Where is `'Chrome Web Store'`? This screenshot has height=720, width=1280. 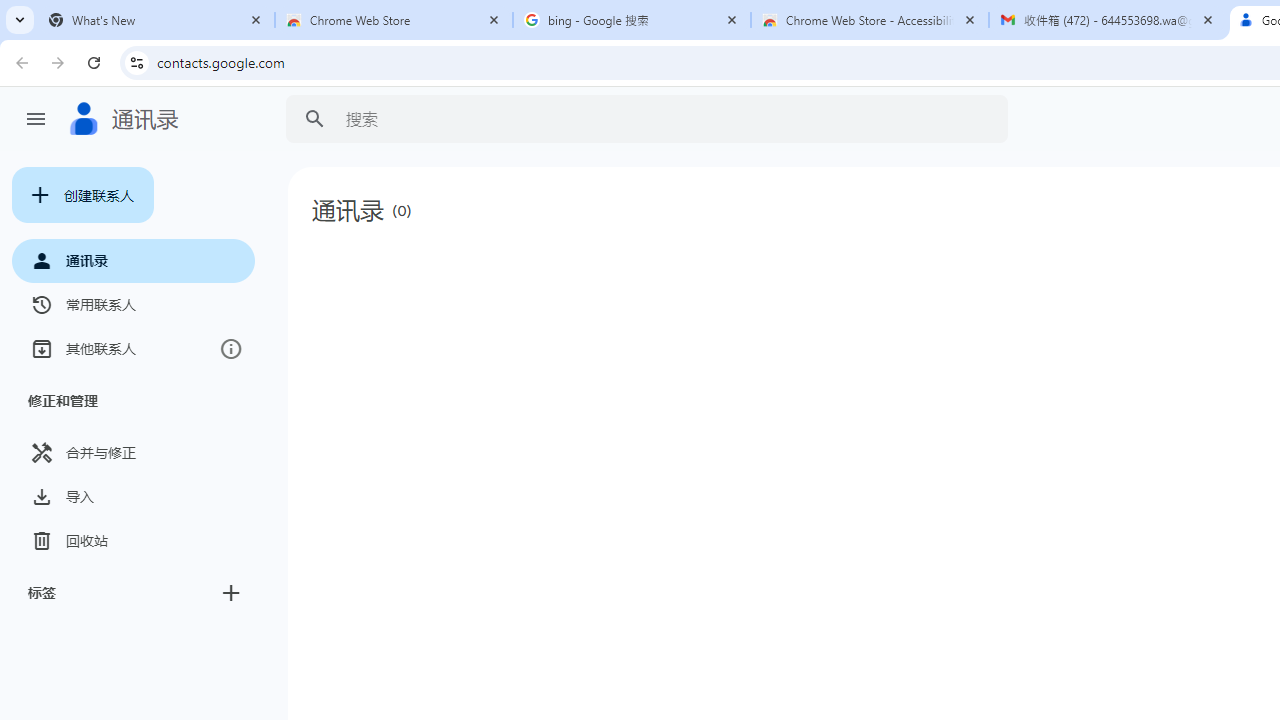
'Chrome Web Store' is located at coordinates (394, 20).